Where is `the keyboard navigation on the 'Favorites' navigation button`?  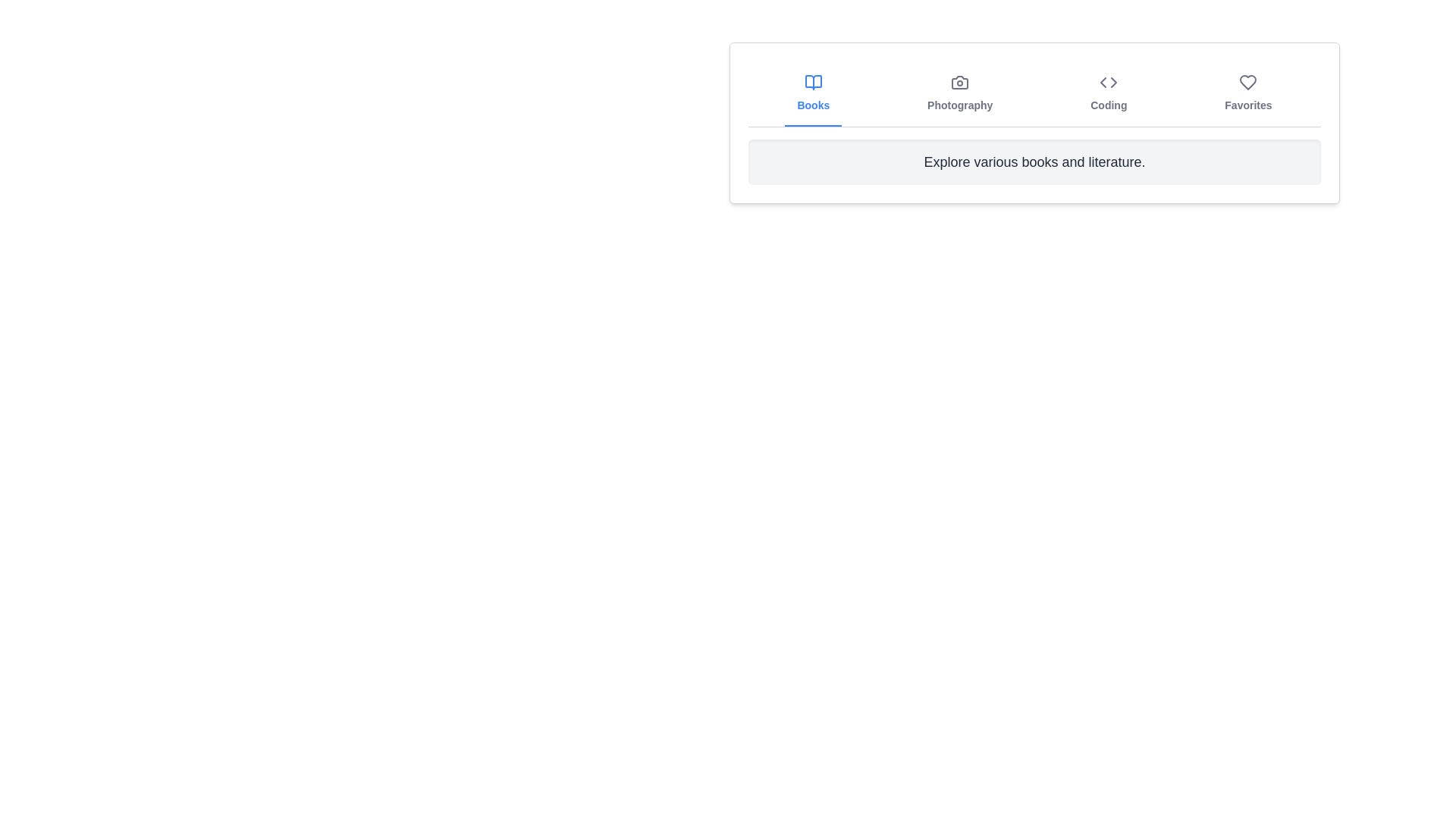
the keyboard navigation on the 'Favorites' navigation button is located at coordinates (1248, 93).